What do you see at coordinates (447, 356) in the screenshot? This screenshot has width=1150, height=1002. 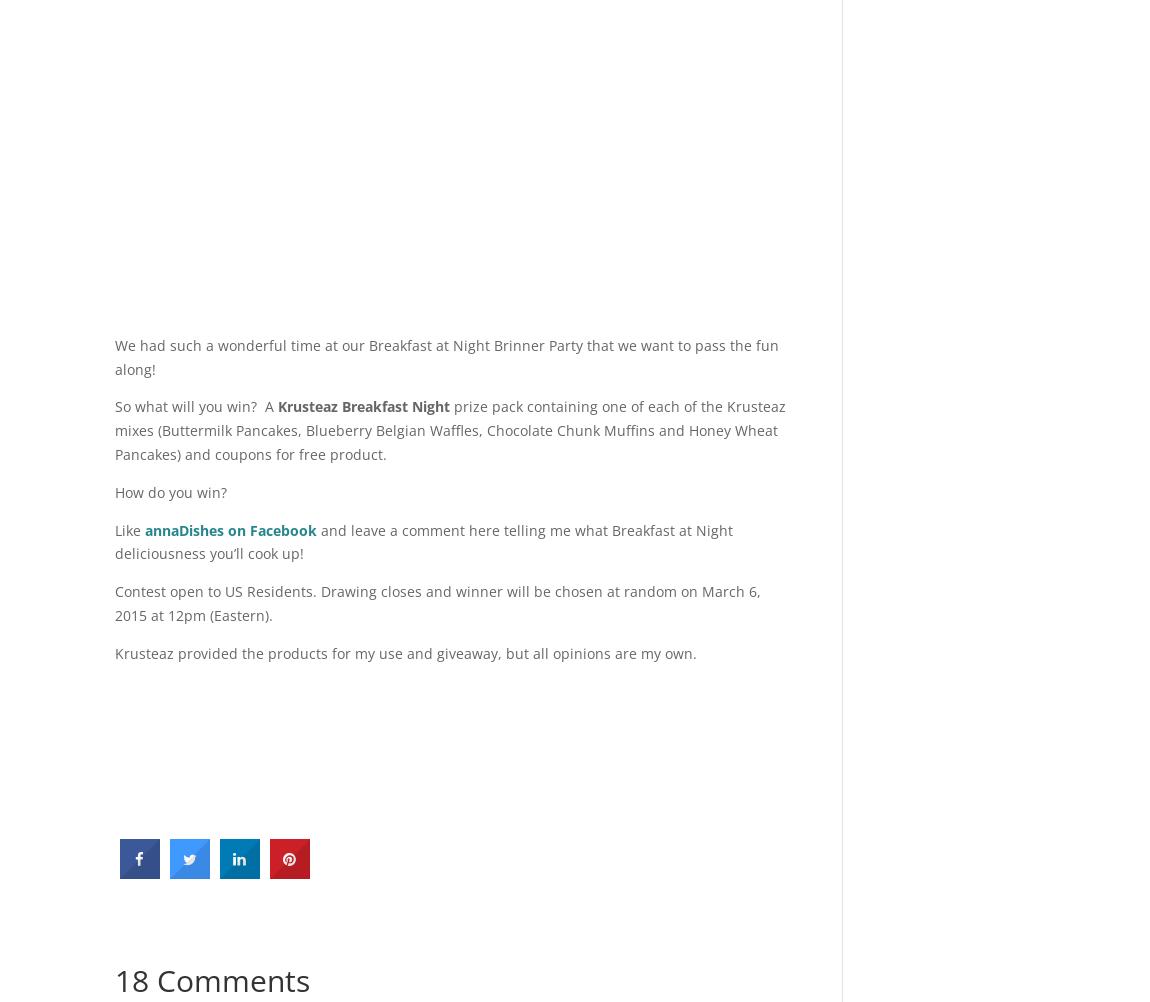 I see `'We had such a wonderful time at our Breakfast at Night Brinner Party that we want to pass the fun along!'` at bounding box center [447, 356].